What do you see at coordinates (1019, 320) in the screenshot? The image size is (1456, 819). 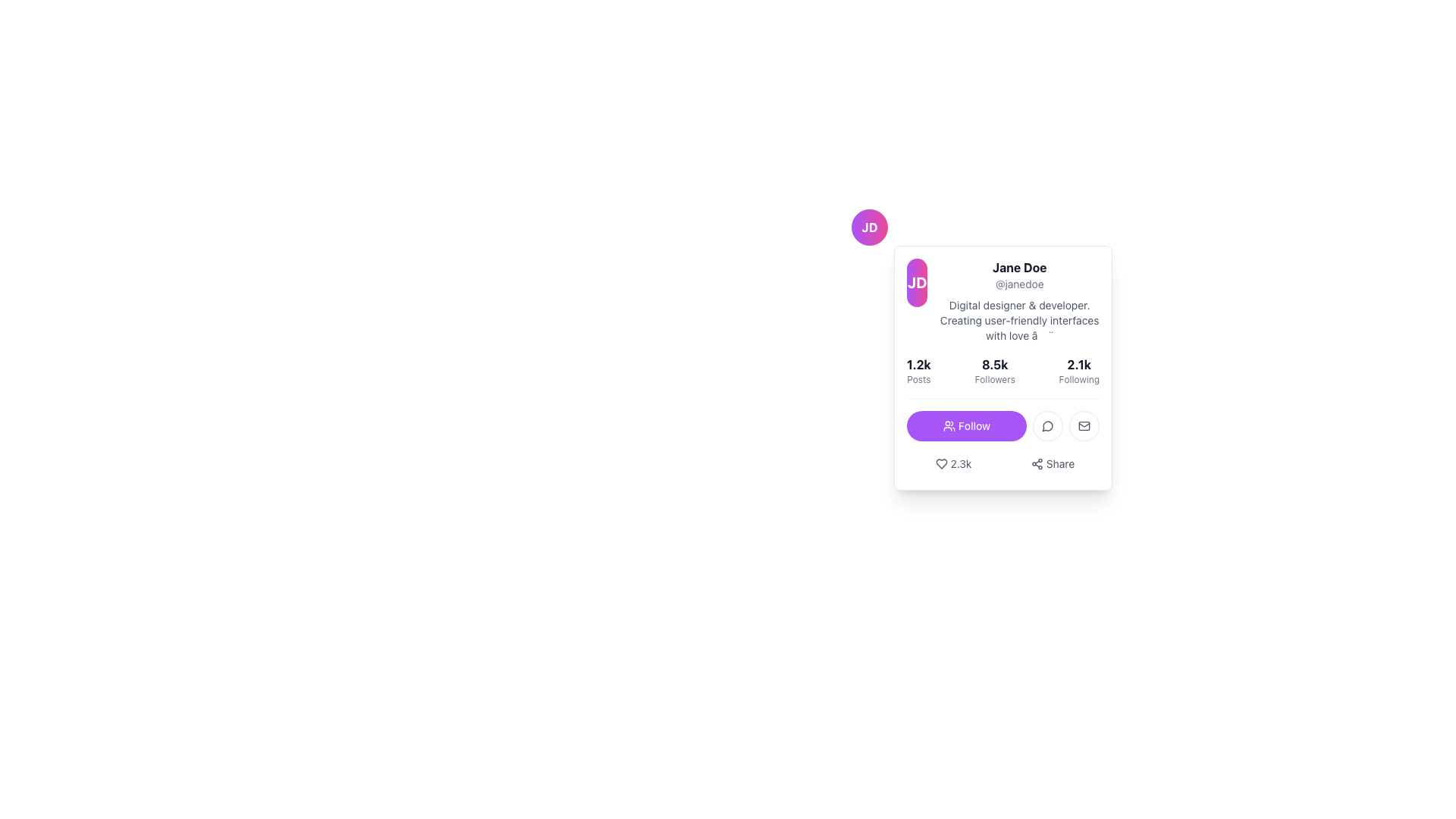 I see `descriptive text block that reads: 'Digital designer & developer. Creating user-friendly interfaces with love ✨', which is located below the username '@janedoe'` at bounding box center [1019, 320].